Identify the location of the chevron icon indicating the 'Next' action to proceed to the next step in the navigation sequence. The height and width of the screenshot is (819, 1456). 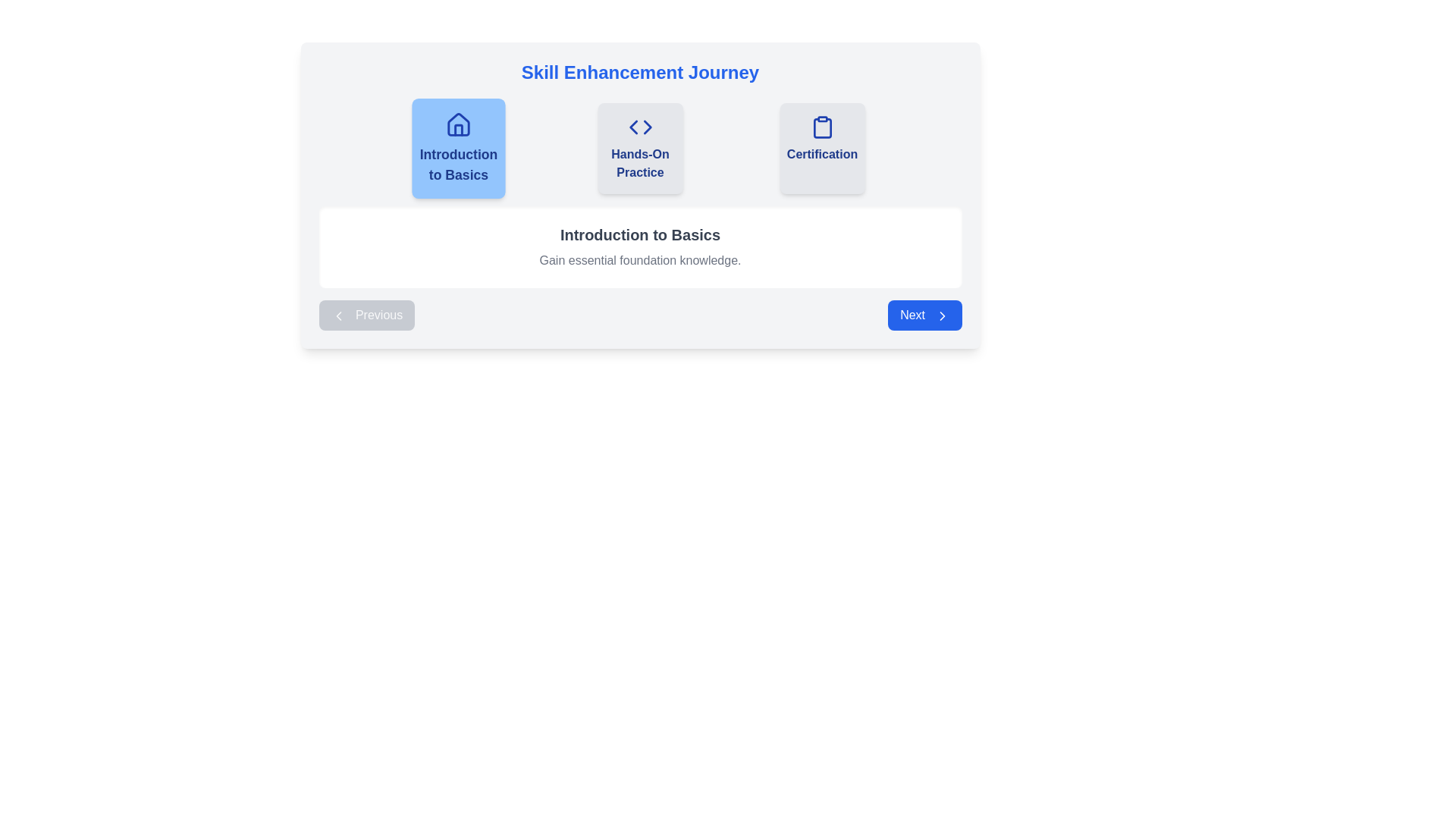
(941, 315).